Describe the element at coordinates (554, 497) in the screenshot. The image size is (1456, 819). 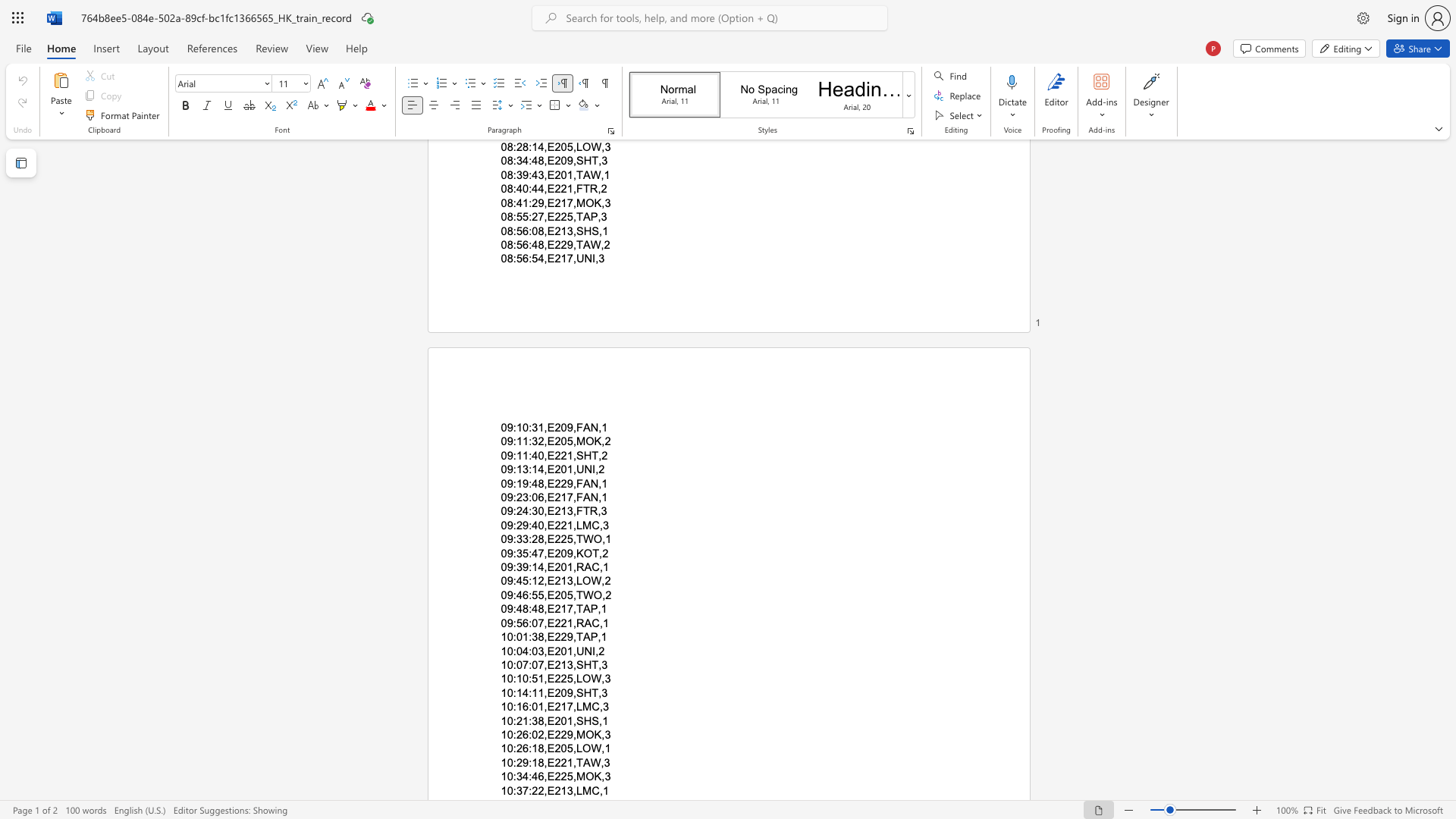
I see `the subset text "217" within the text "09:23:06,E217,FAN,1"` at that location.